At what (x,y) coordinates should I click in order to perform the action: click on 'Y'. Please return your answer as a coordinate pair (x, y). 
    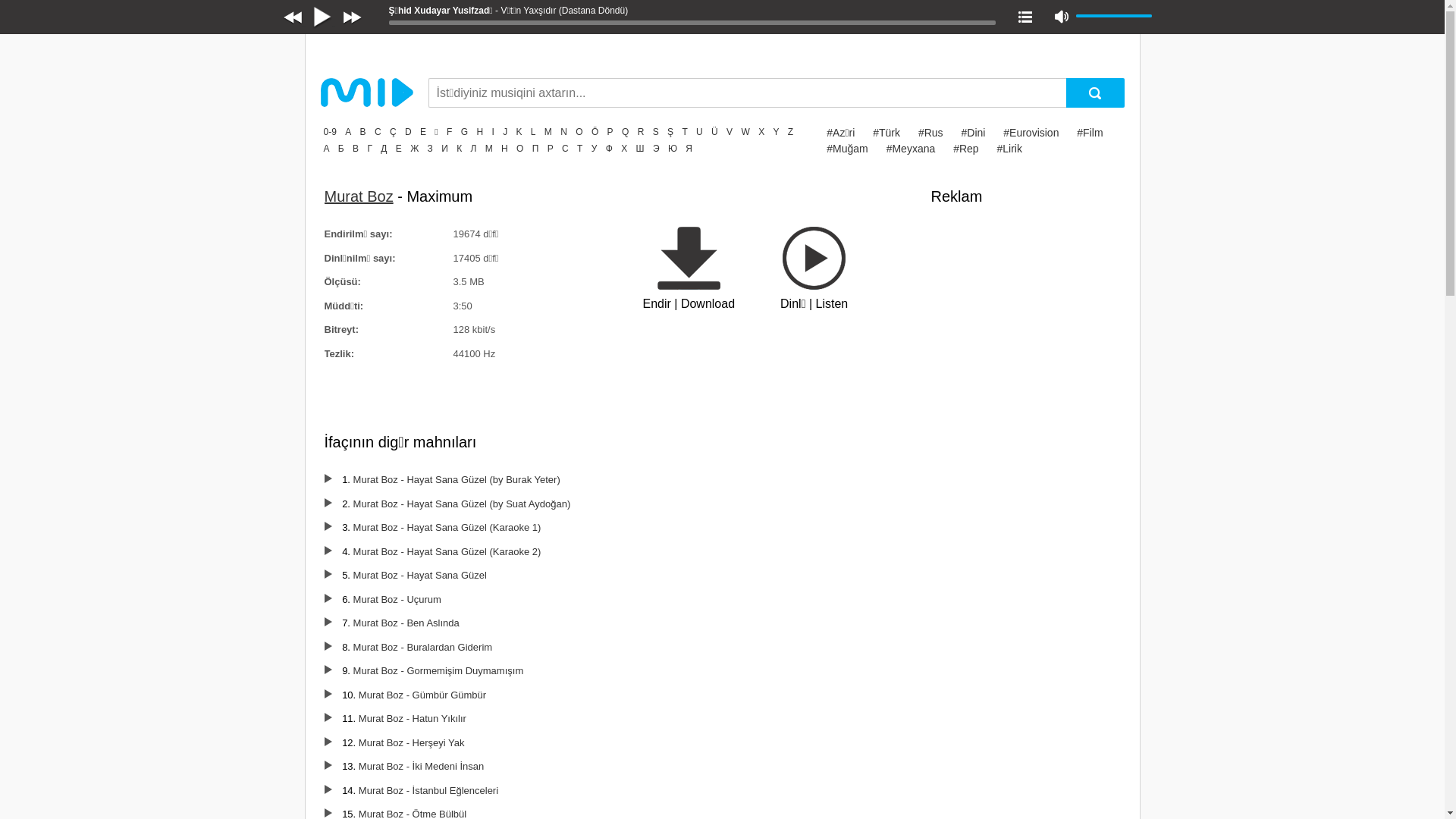
    Looking at the image, I should click on (775, 130).